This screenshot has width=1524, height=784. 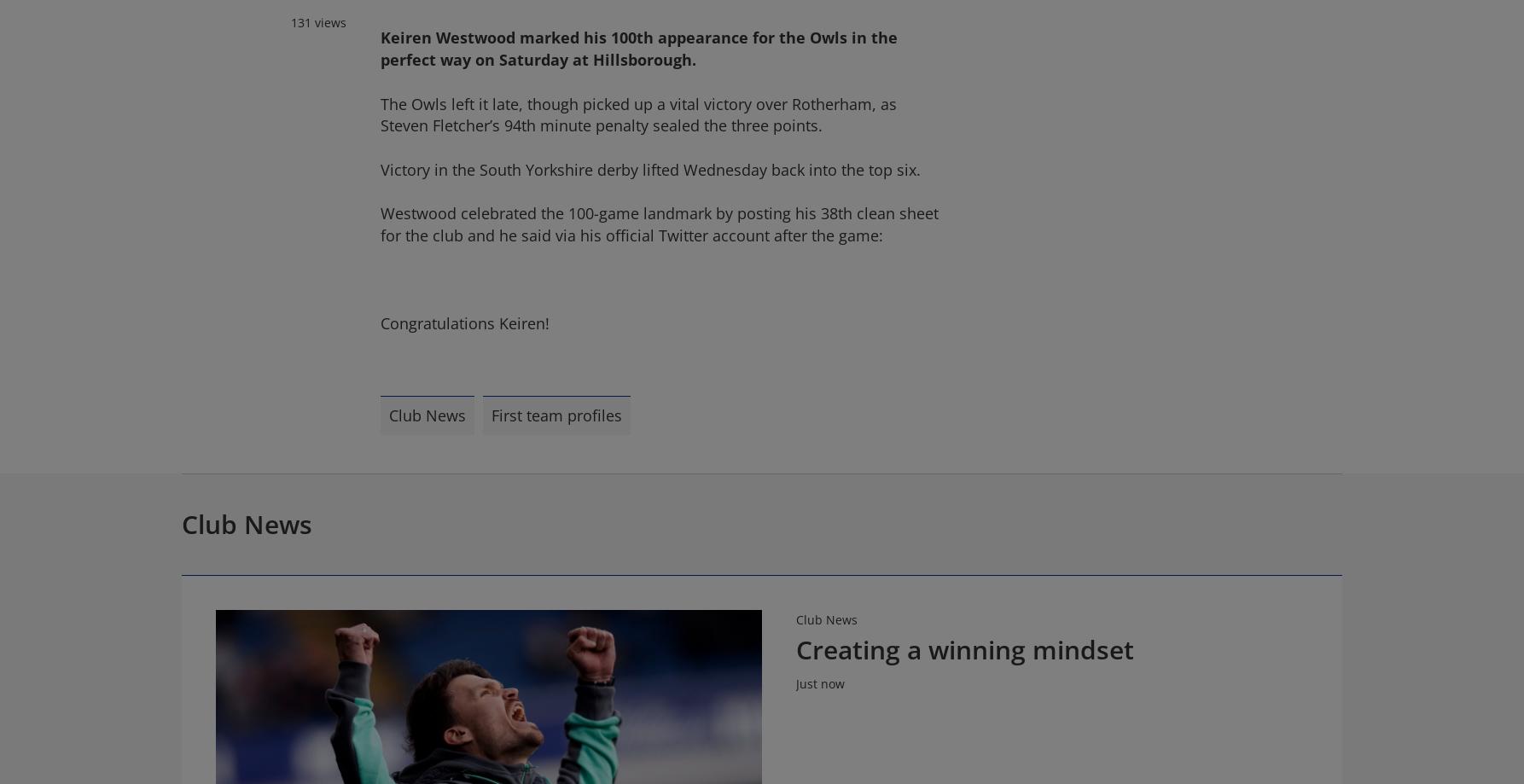 What do you see at coordinates (380, 322) in the screenshot?
I see `'Congratulations Keiren!'` at bounding box center [380, 322].